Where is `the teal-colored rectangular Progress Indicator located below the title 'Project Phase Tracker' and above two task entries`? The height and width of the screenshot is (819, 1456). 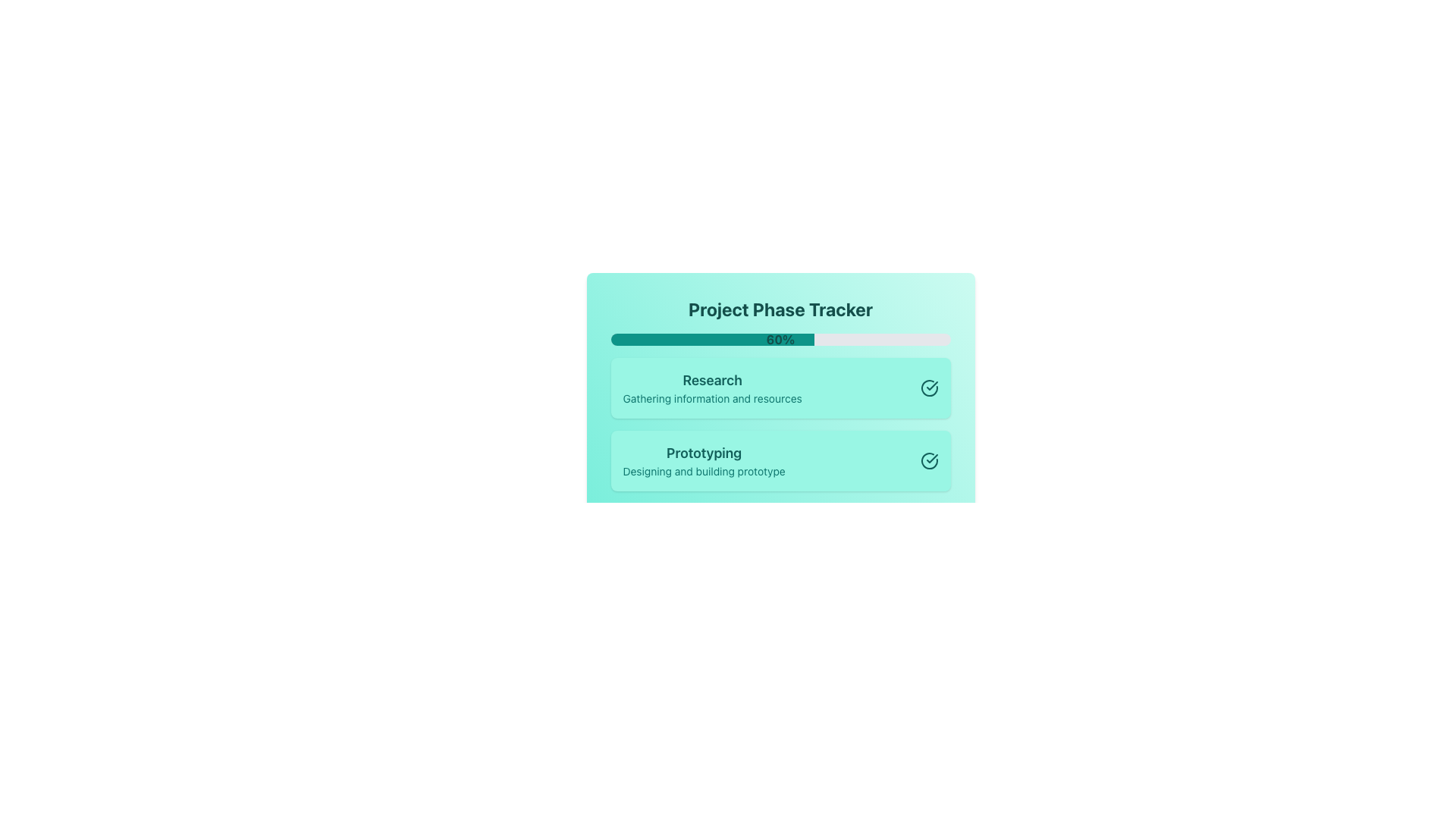
the teal-colored rectangular Progress Indicator located below the title 'Project Phase Tracker' and above two task entries is located at coordinates (711, 338).